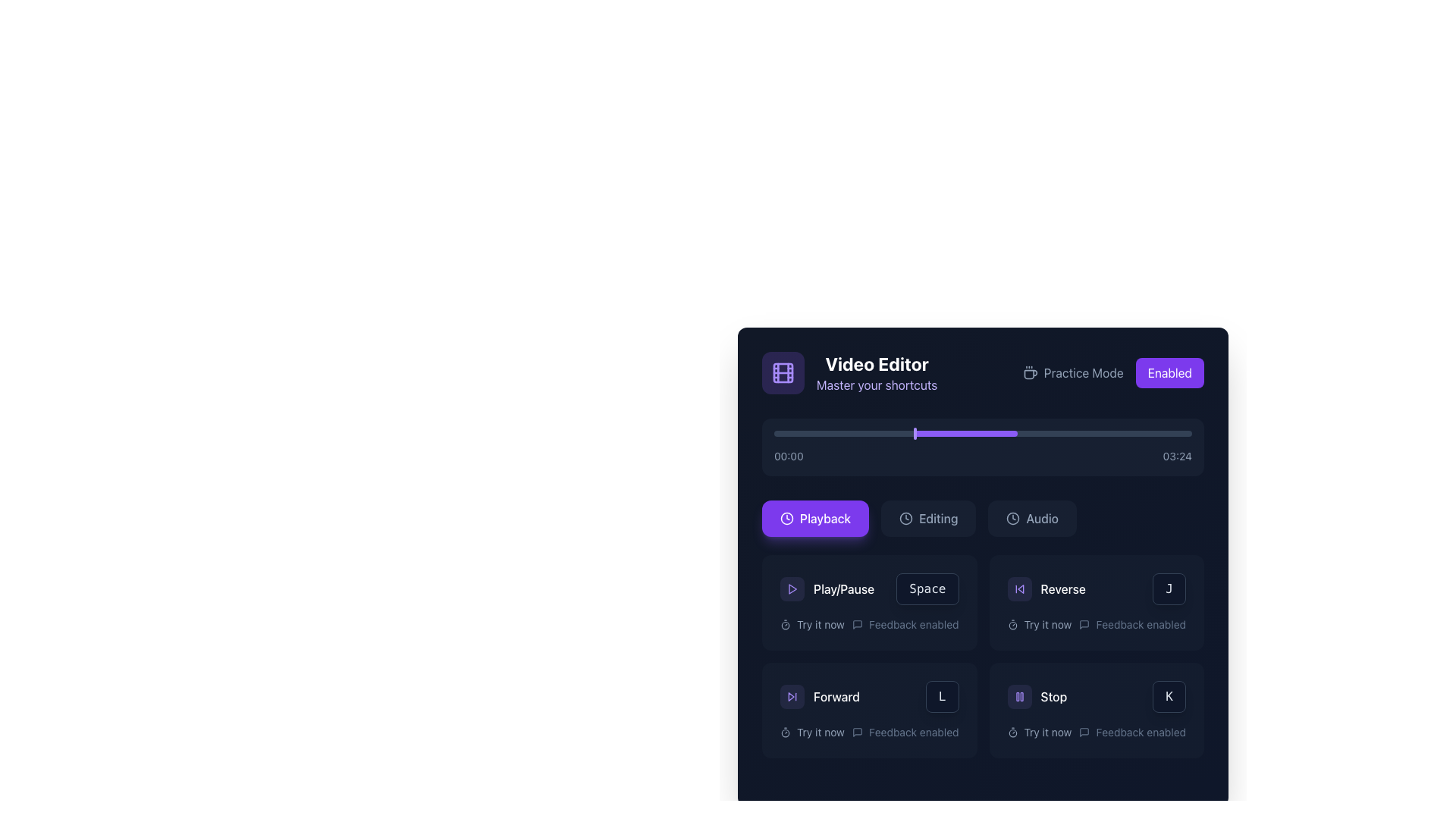 This screenshot has height=819, width=1456. What do you see at coordinates (1072, 373) in the screenshot?
I see `the Textual Label indicating the current mode or state of the system, located in the upper-right section of the interface, between the coffee cup icon and the 'Enabled' button` at bounding box center [1072, 373].